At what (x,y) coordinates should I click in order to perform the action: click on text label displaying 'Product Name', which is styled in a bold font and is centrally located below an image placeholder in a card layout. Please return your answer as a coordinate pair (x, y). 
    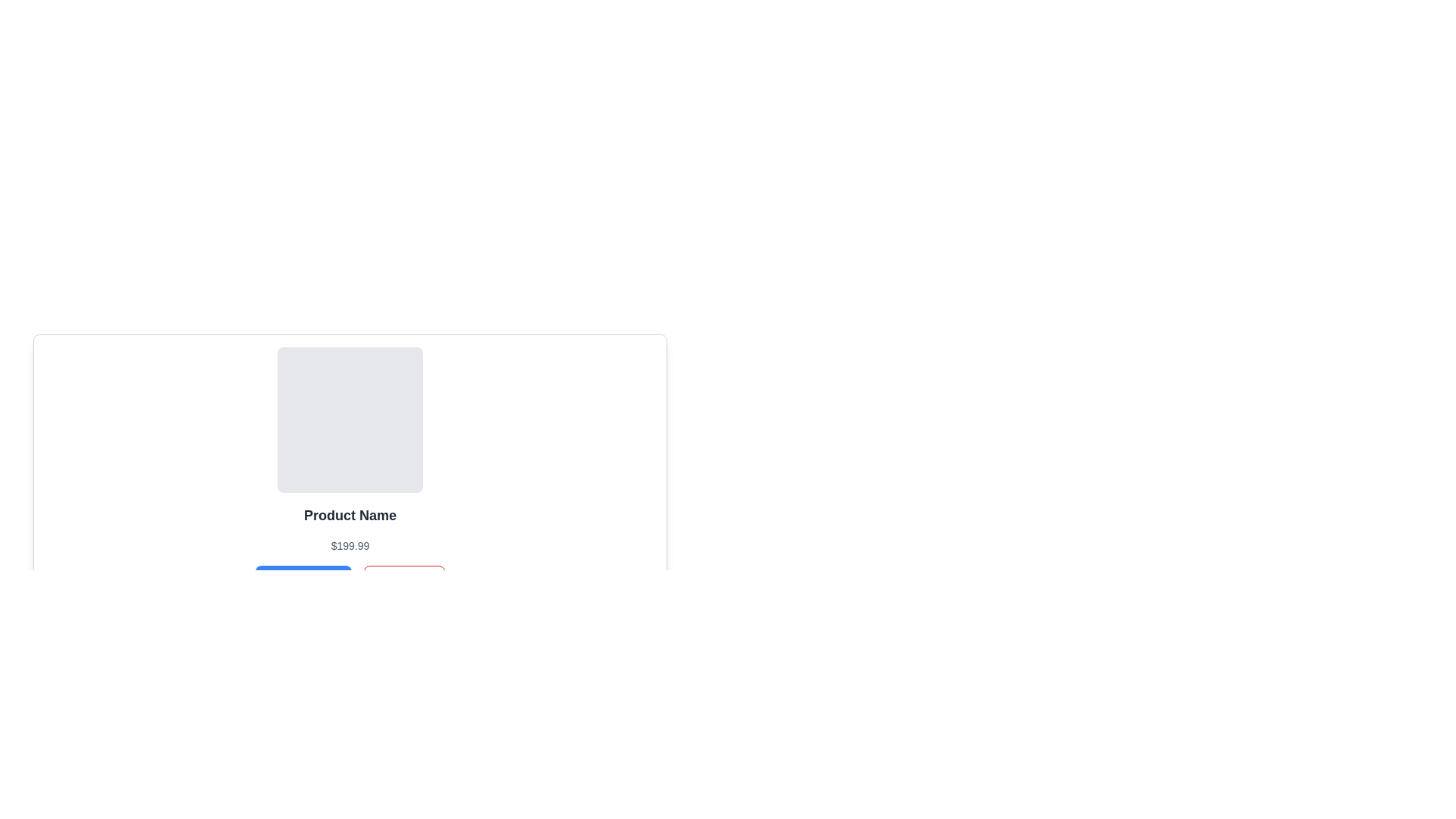
    Looking at the image, I should click on (349, 514).